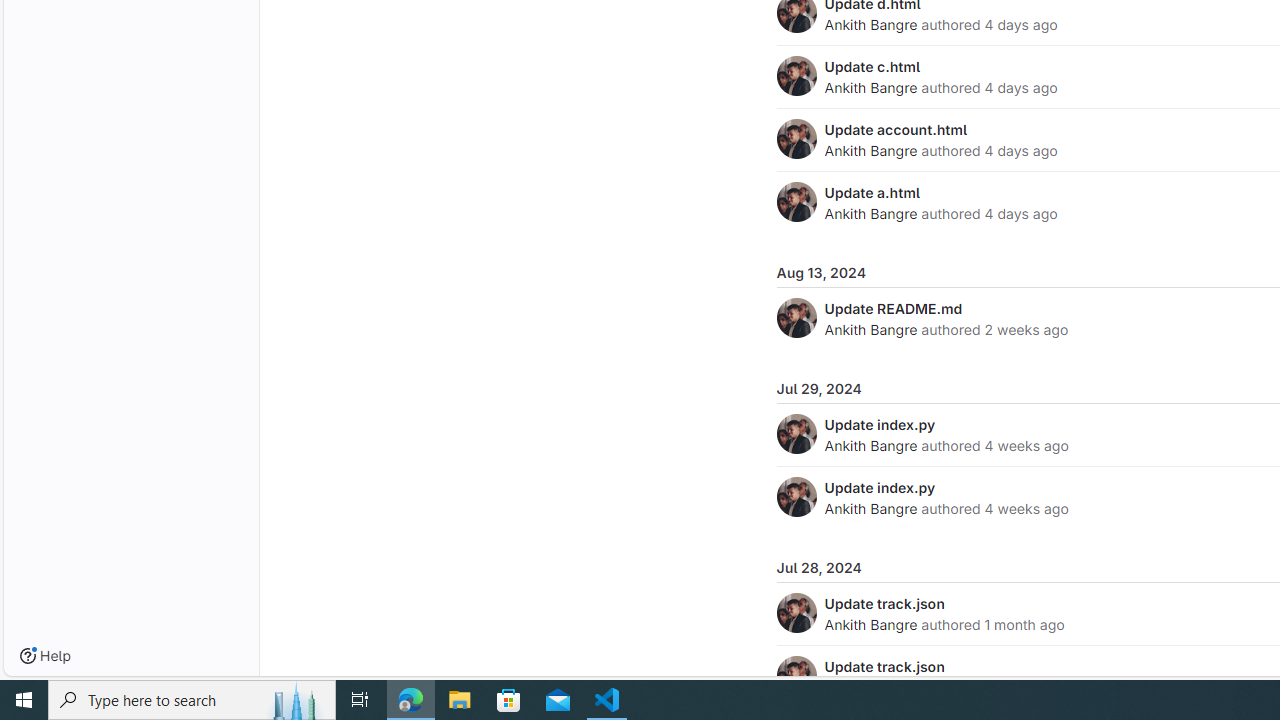 This screenshot has width=1280, height=720. I want to click on 'Update c.html', so click(872, 65).